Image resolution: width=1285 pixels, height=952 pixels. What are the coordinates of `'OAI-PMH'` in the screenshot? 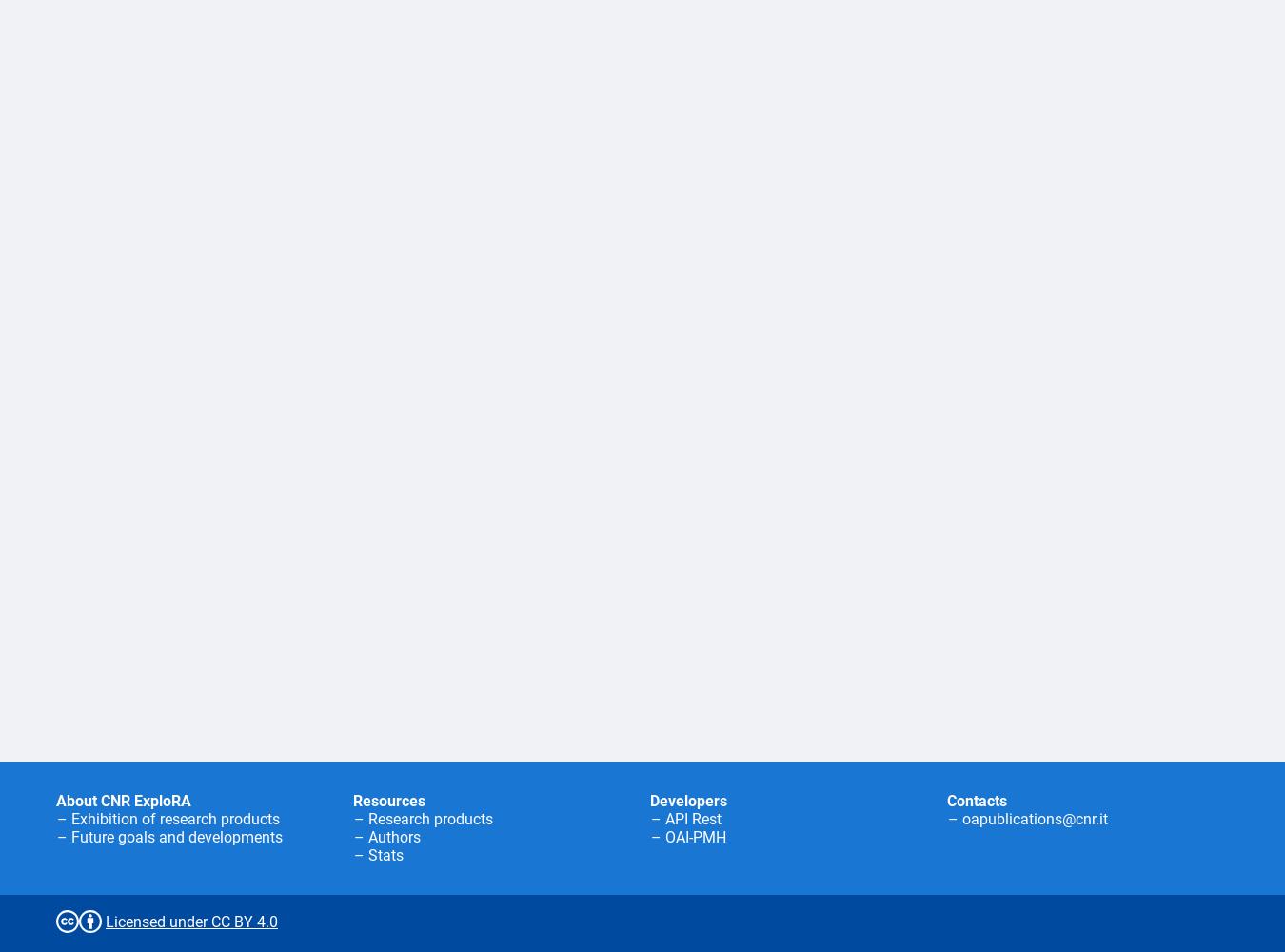 It's located at (695, 837).